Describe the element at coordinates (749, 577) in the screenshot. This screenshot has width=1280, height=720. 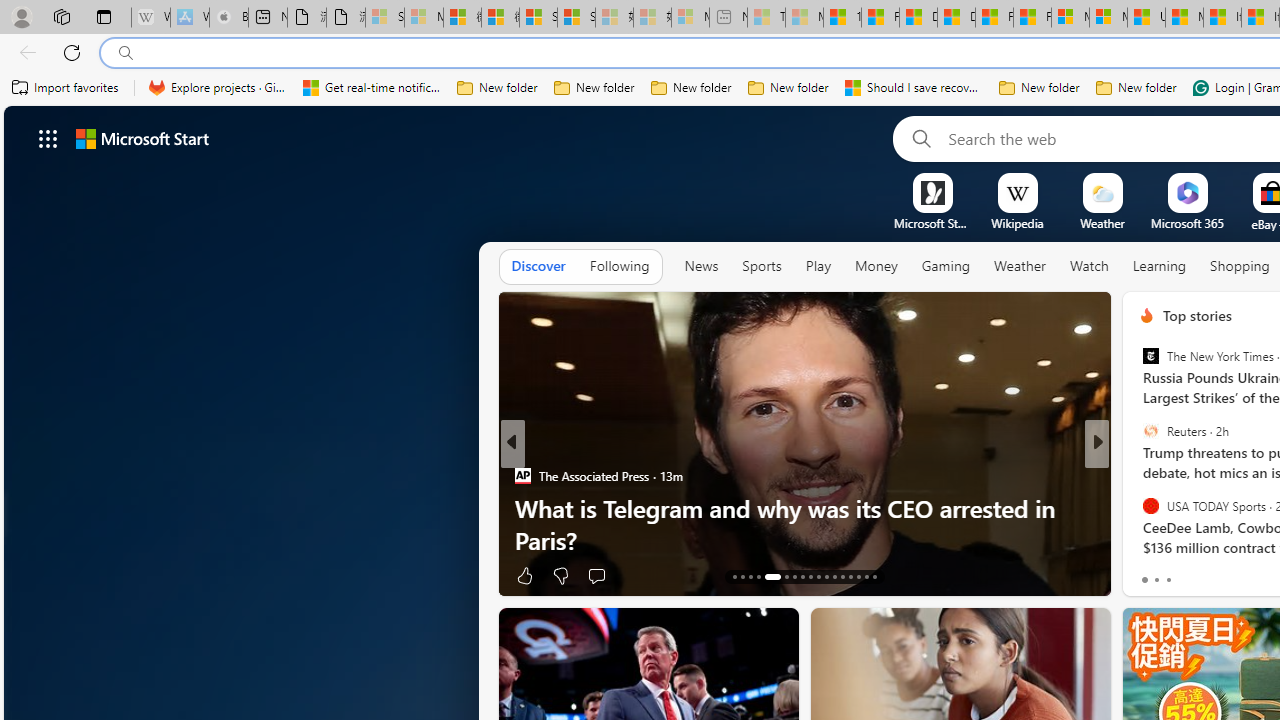
I see `'AutomationID: tab-15'` at that location.